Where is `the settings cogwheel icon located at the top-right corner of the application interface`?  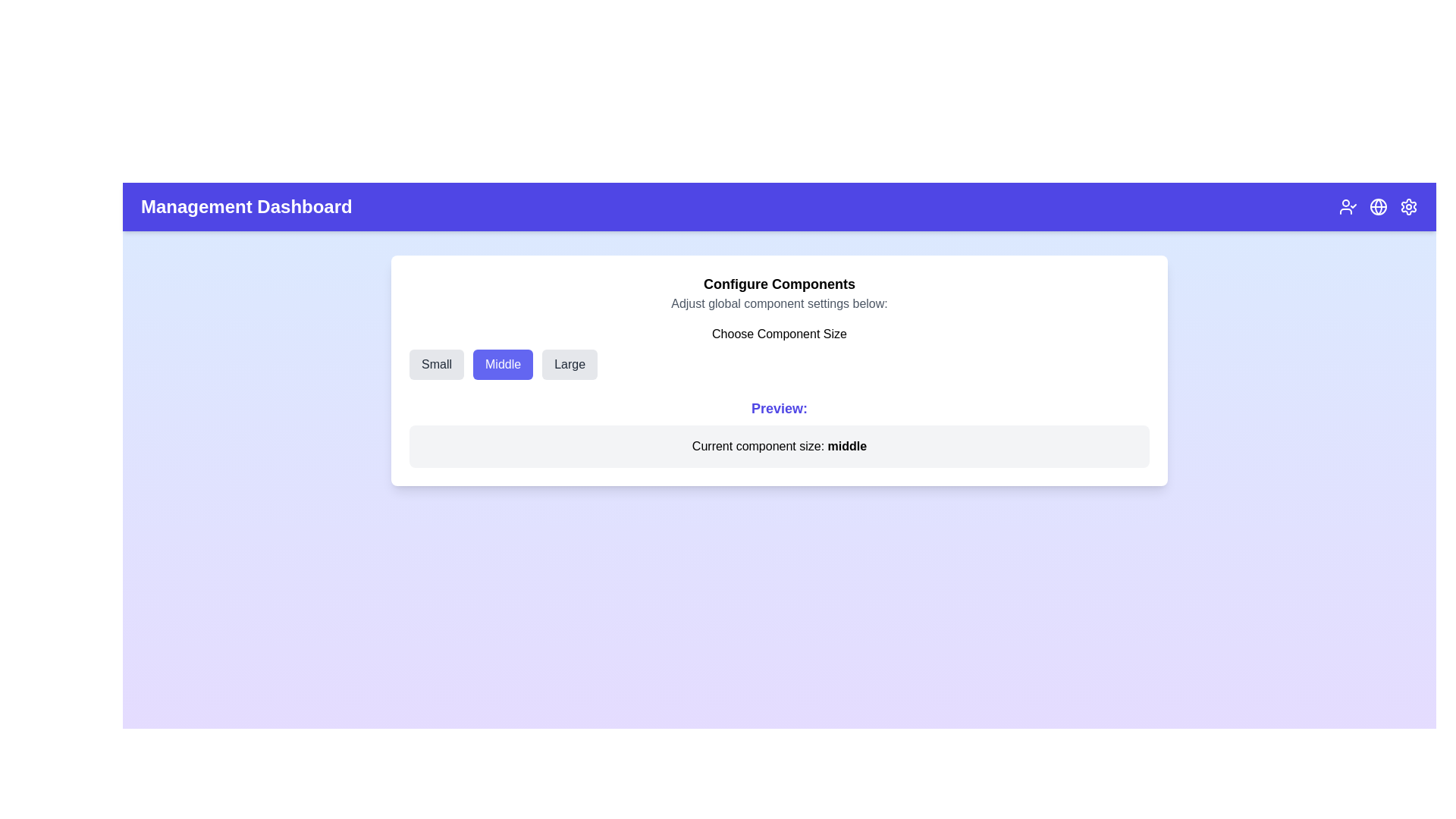
the settings cogwheel icon located at the top-right corner of the application interface is located at coordinates (1407, 207).